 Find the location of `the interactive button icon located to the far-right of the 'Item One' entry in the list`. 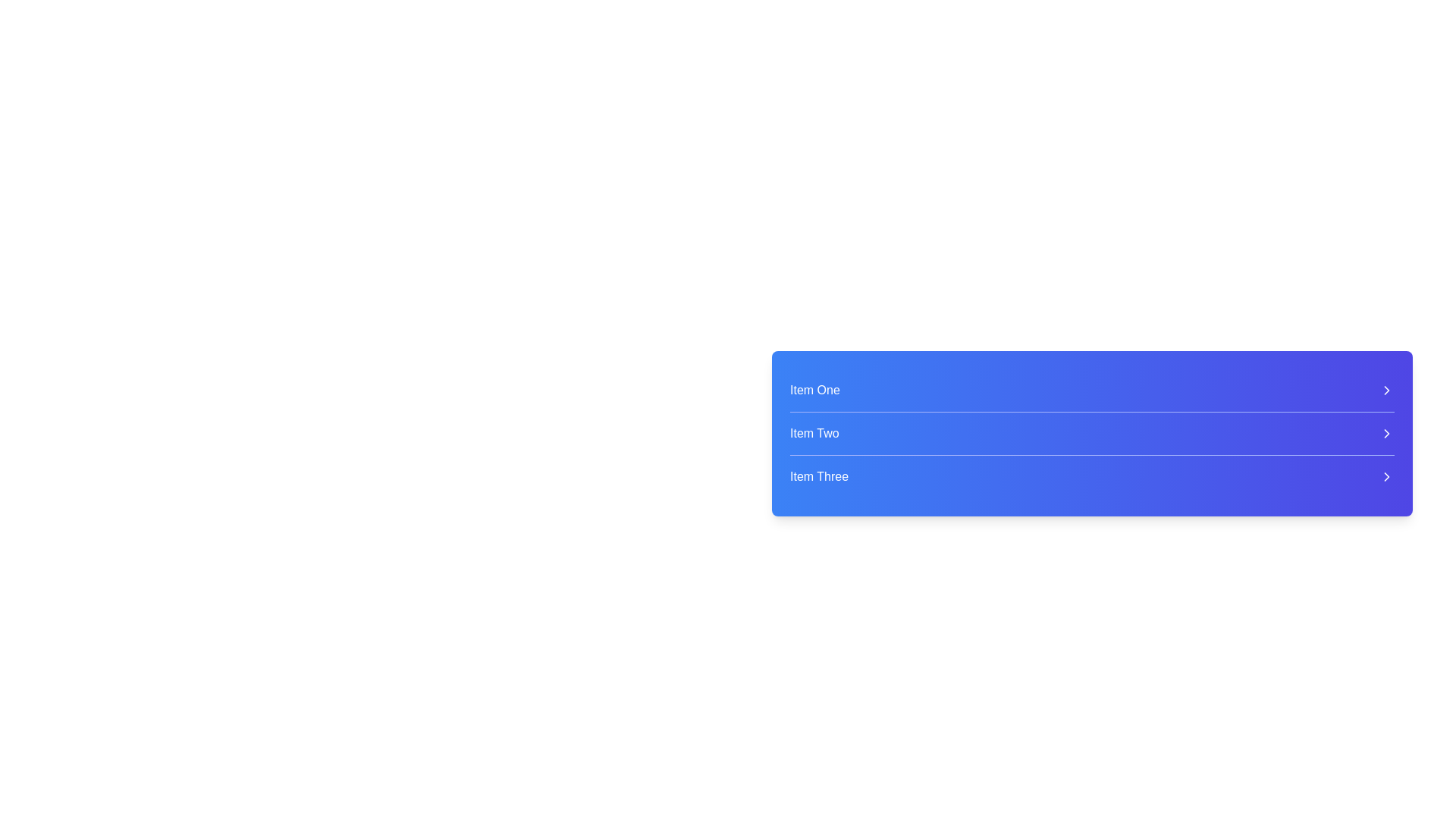

the interactive button icon located to the far-right of the 'Item One' entry in the list is located at coordinates (1386, 390).